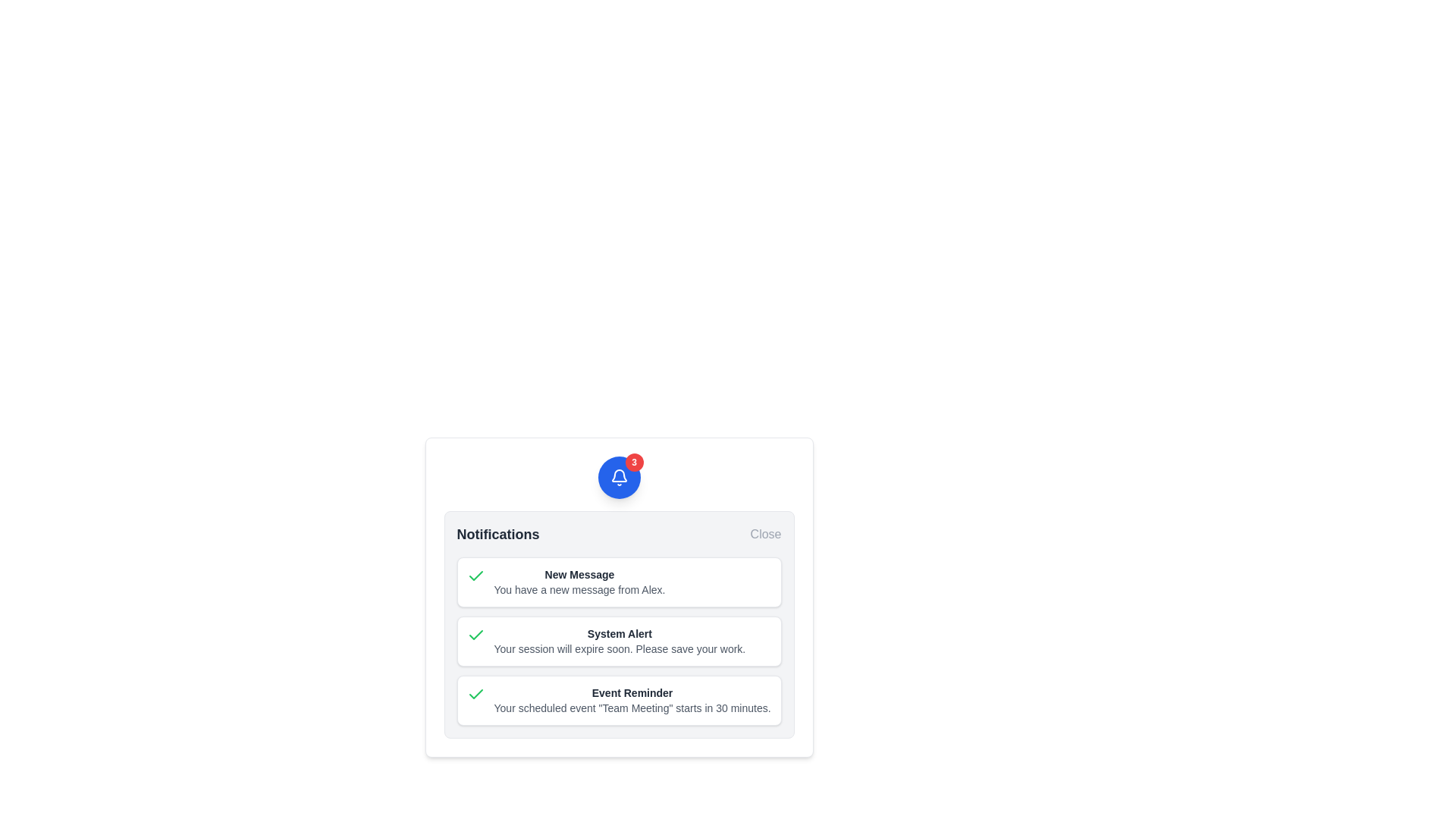 This screenshot has width=1456, height=819. What do you see at coordinates (475, 635) in the screenshot?
I see `the bright green checkmark icon inside the 'System Alert' notification to acknowledge the notification` at bounding box center [475, 635].